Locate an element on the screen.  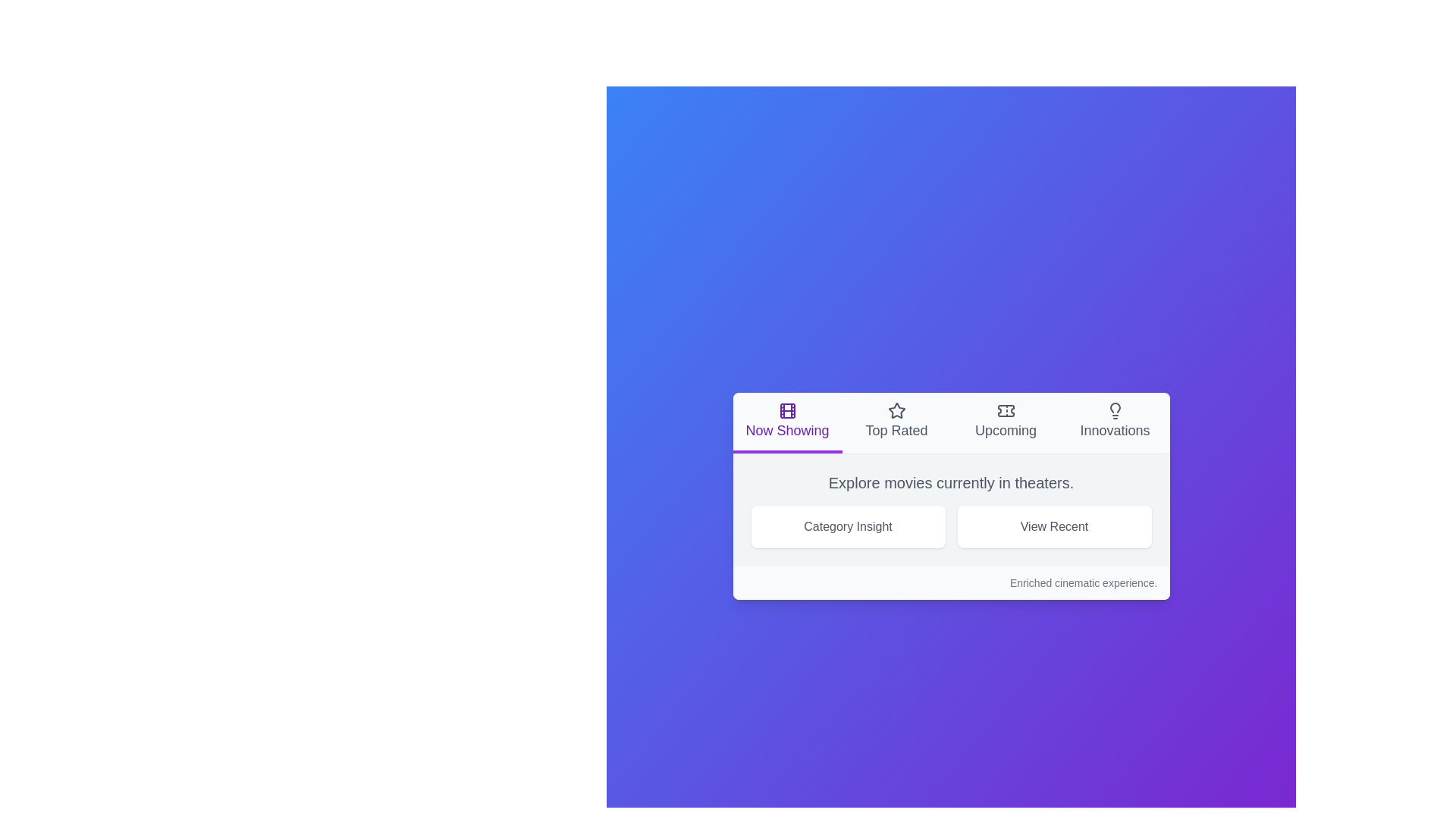
the 'Now Showing' text label located in the upper-left portion of the navigation bar by moving the mouse to its center point is located at coordinates (787, 430).